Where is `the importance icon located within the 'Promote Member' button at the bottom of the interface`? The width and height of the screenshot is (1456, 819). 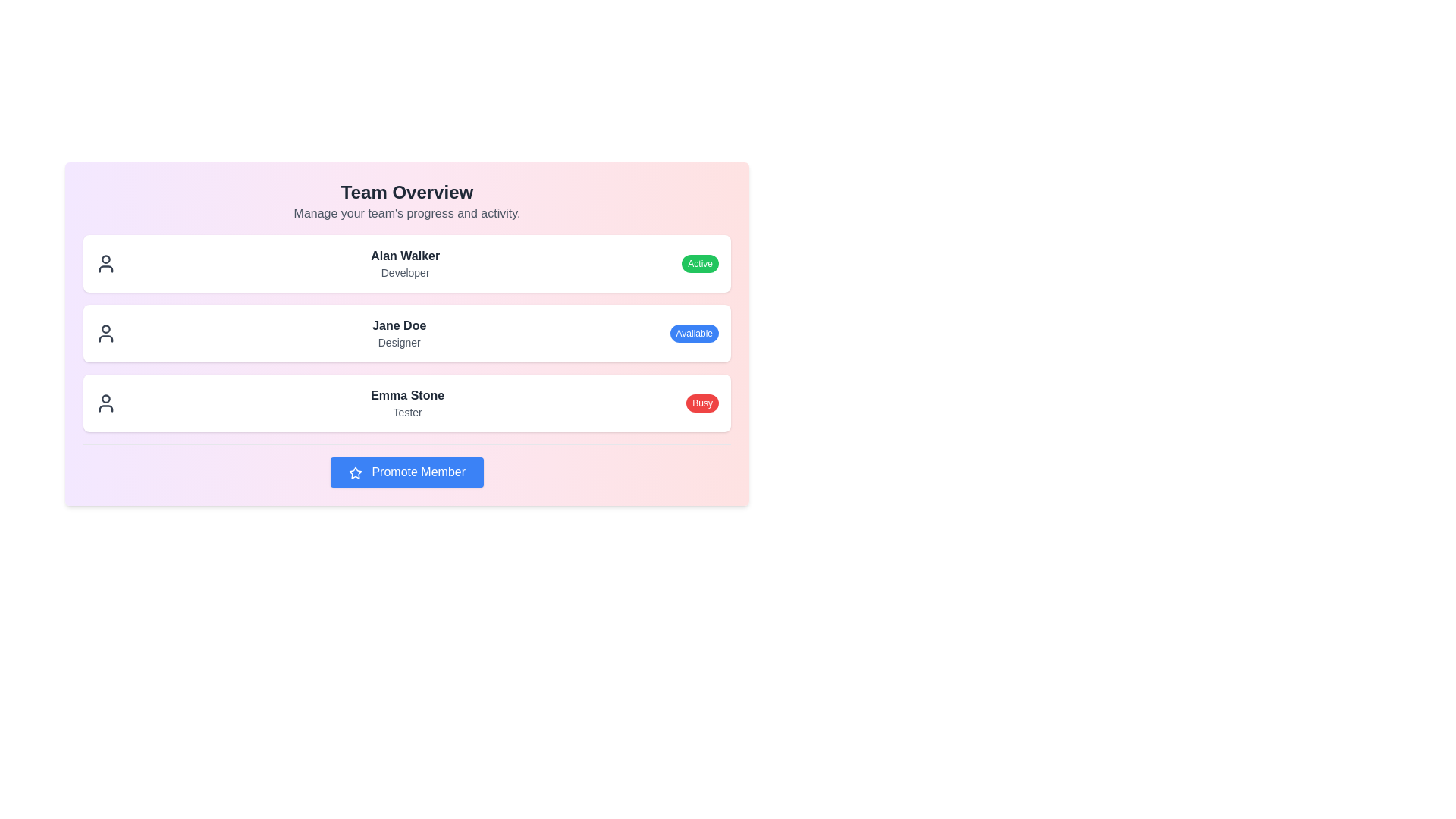
the importance icon located within the 'Promote Member' button at the bottom of the interface is located at coordinates (355, 472).